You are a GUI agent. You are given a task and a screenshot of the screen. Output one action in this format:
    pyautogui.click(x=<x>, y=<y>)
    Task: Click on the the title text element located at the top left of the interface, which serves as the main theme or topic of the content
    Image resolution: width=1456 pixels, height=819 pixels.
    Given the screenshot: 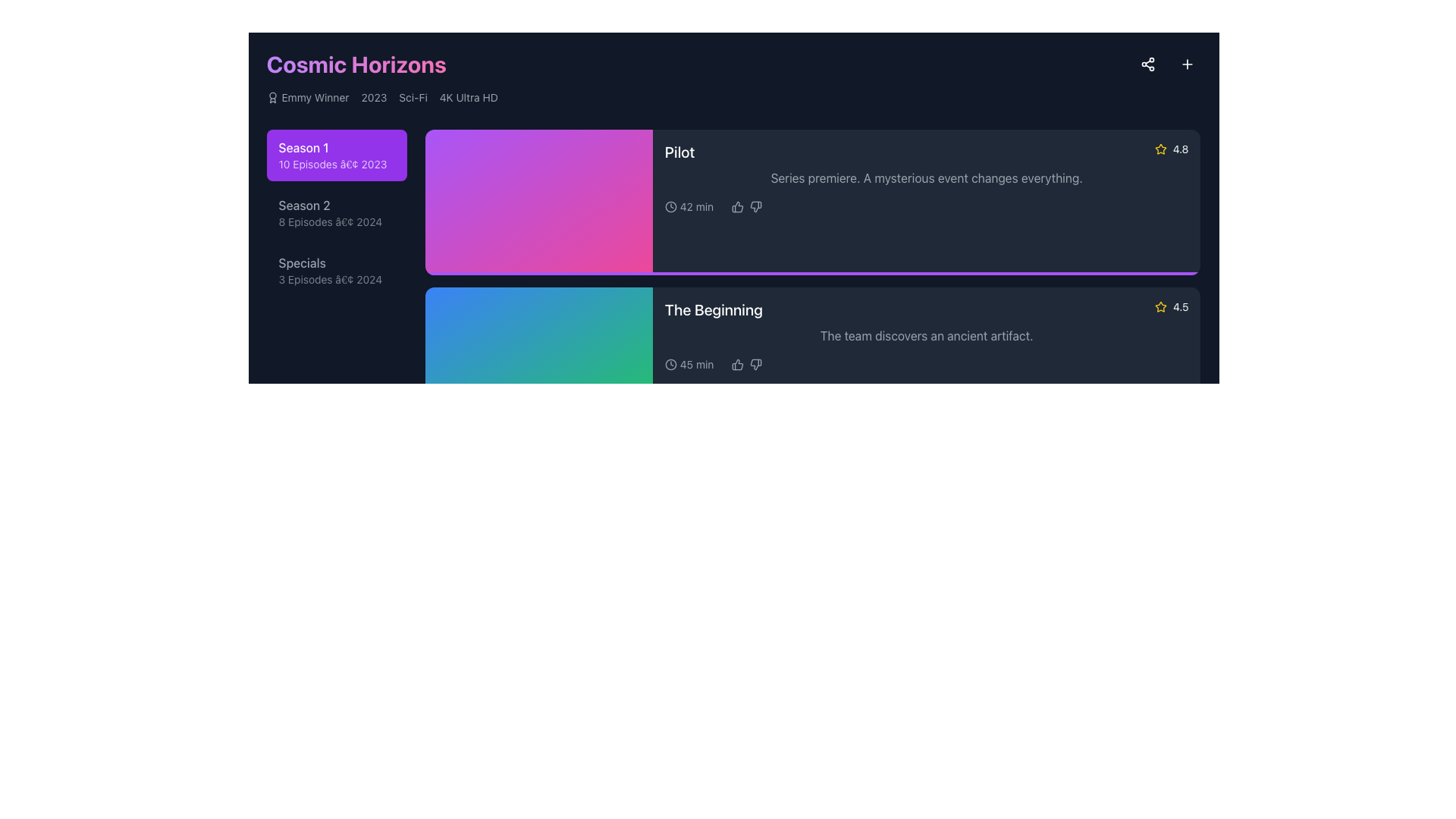 What is the action you would take?
    pyautogui.click(x=356, y=63)
    